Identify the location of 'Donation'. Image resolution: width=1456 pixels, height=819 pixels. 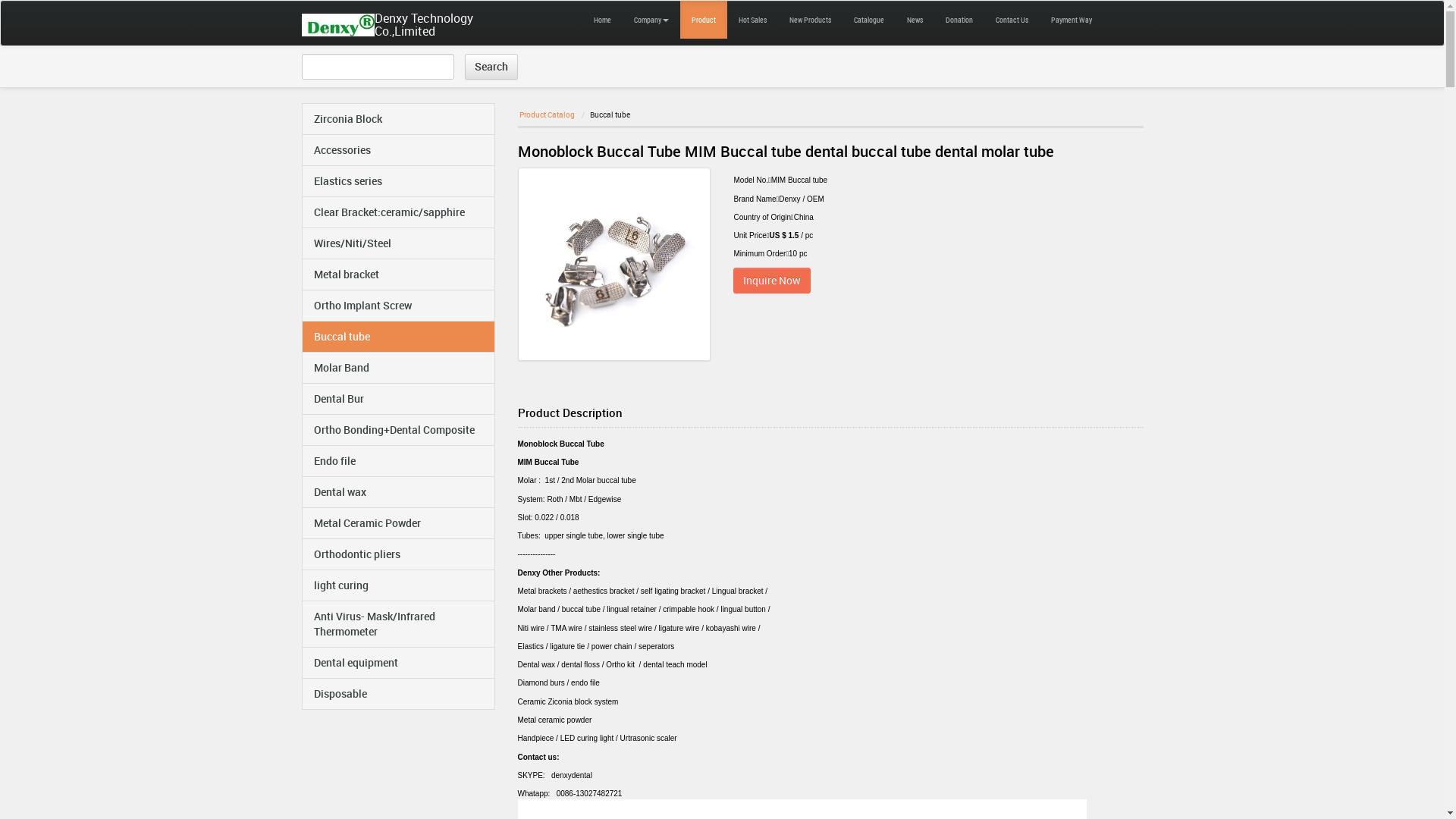
(959, 20).